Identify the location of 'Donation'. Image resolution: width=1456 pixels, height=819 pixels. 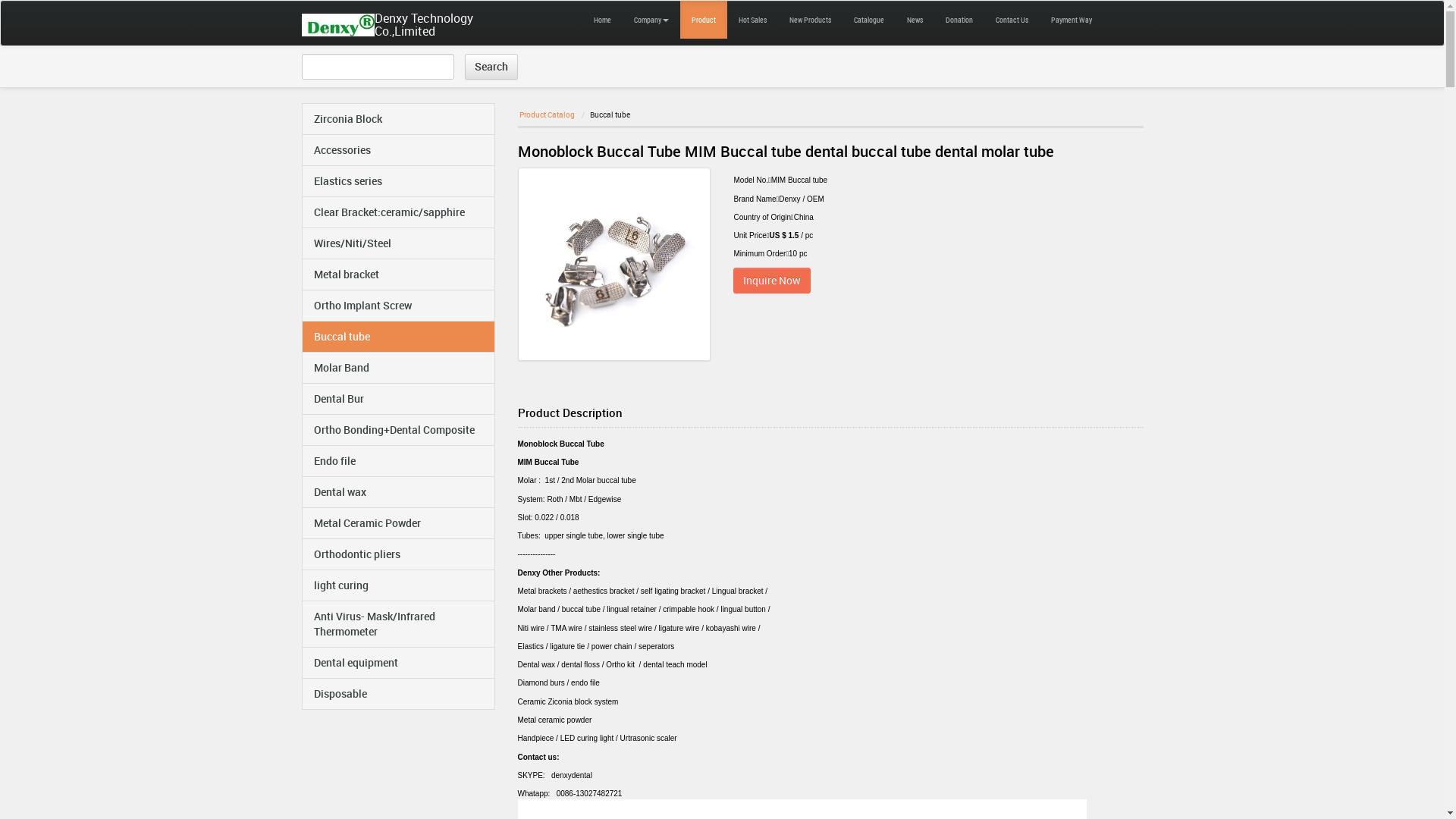
(959, 20).